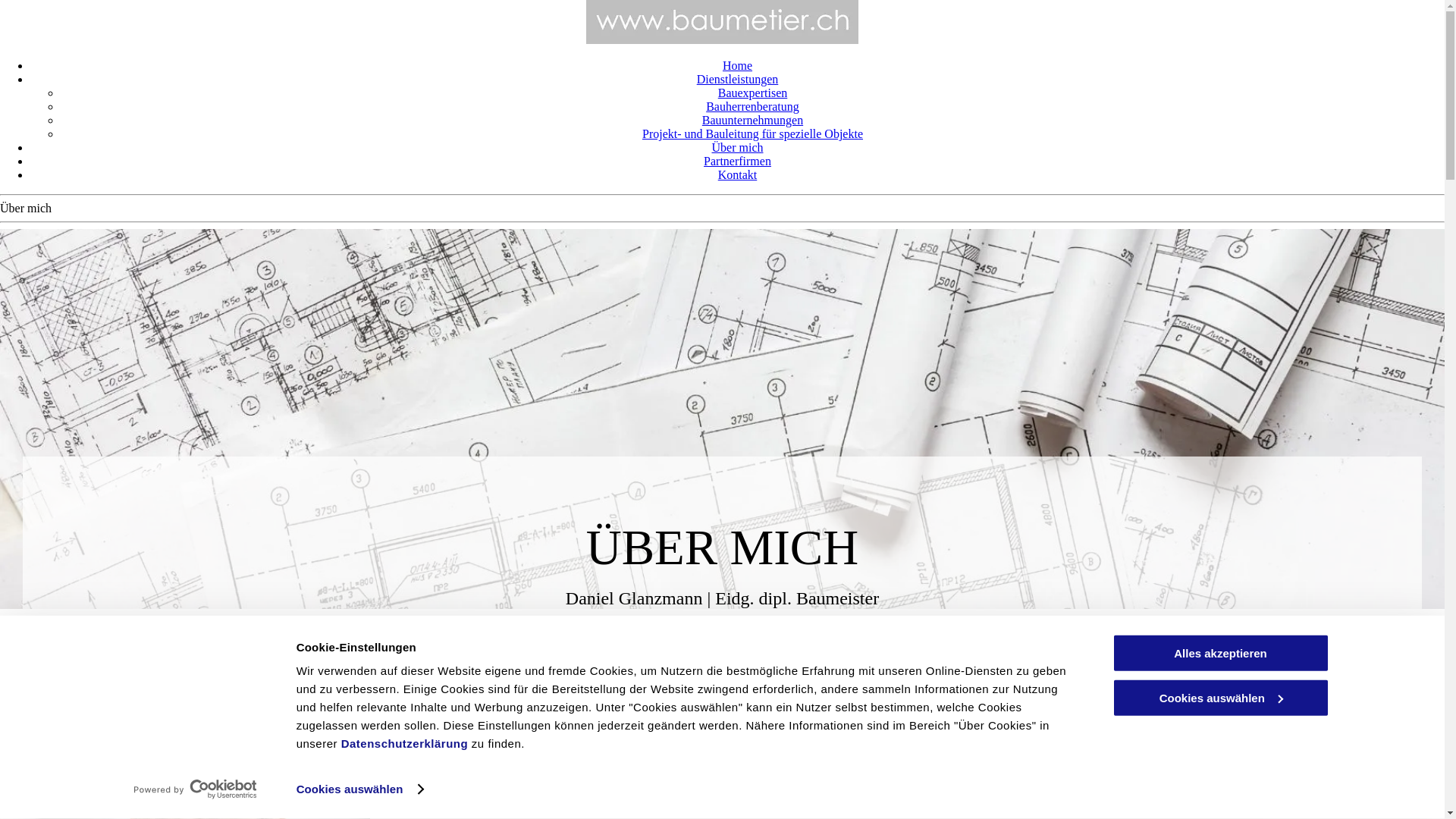 This screenshot has height=819, width=1456. Describe the element at coordinates (737, 64) in the screenshot. I see `'Home'` at that location.